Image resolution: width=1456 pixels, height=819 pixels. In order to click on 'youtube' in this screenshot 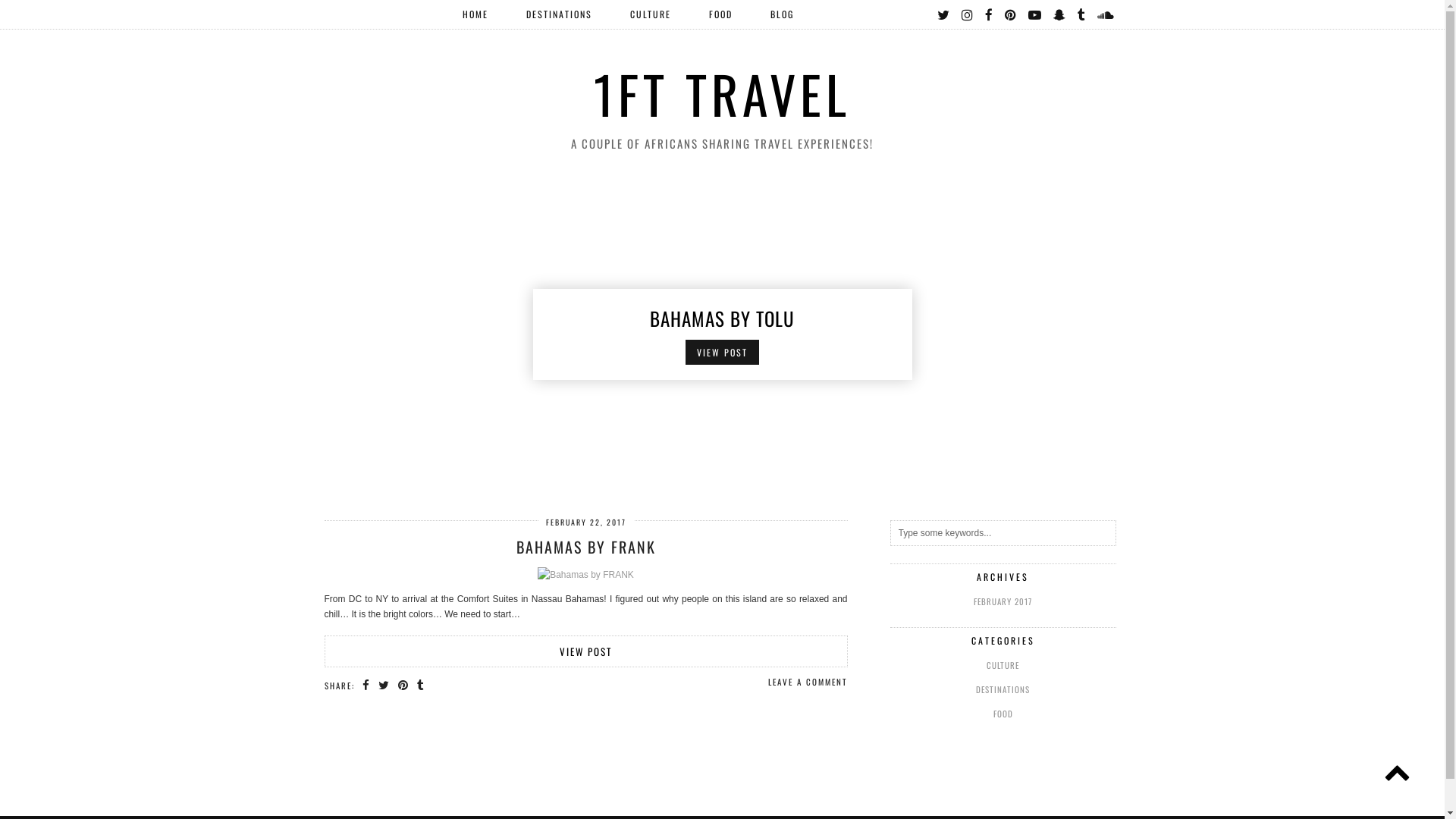, I will do `click(1034, 14)`.